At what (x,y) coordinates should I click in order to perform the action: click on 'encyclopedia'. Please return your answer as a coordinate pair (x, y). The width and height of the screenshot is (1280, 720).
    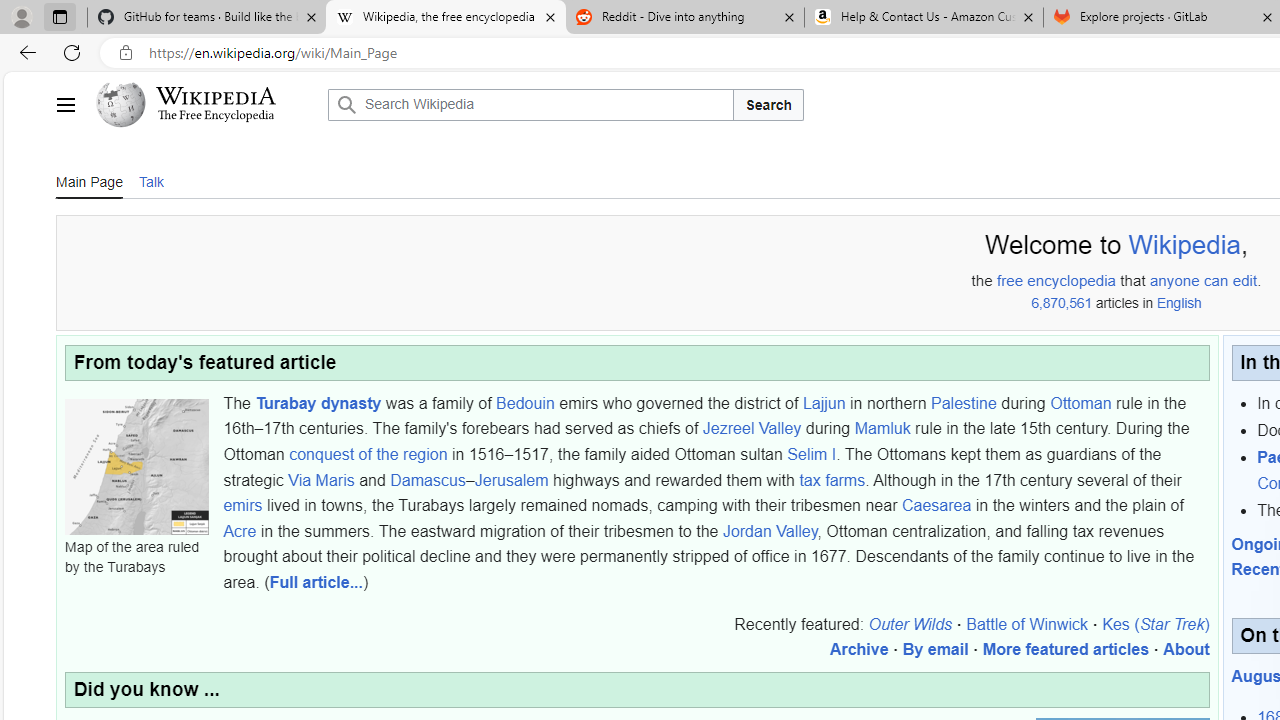
    Looking at the image, I should click on (1071, 281).